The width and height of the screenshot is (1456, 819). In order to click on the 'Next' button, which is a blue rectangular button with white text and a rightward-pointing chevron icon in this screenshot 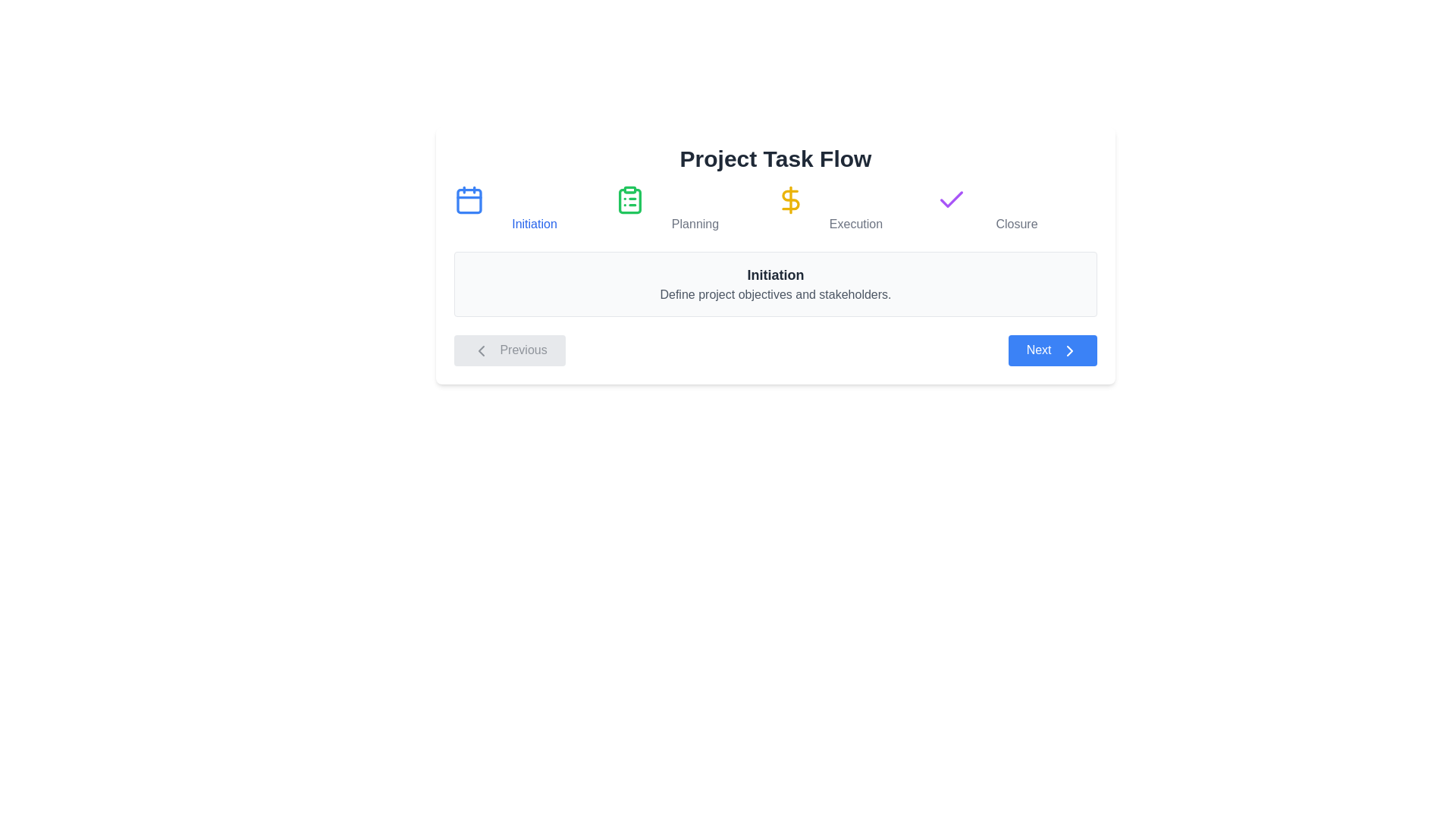, I will do `click(1052, 350)`.